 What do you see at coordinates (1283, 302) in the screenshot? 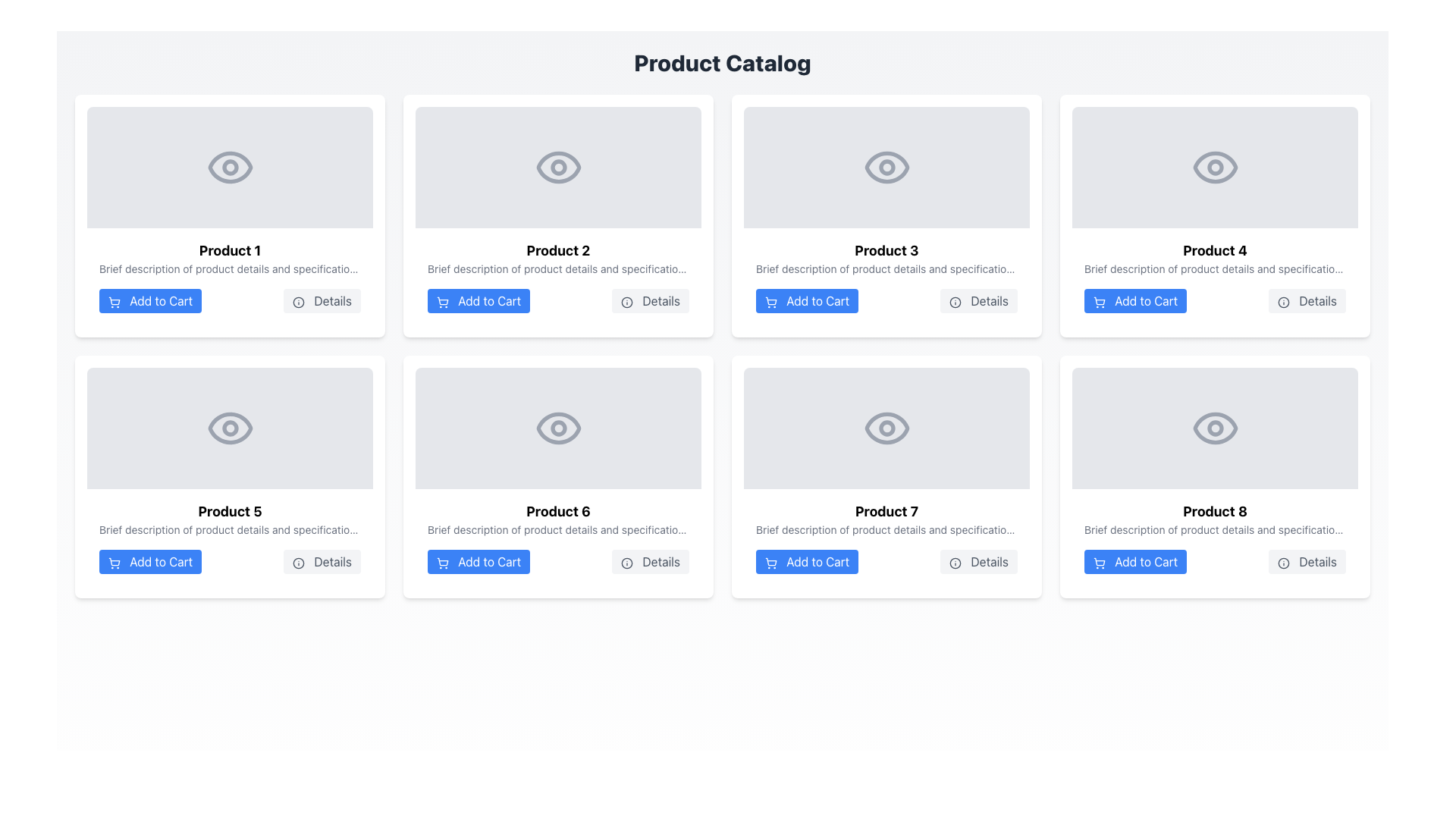
I see `the 'Details' button associated with Product 4, which contains a circular icon, to interact with it` at bounding box center [1283, 302].